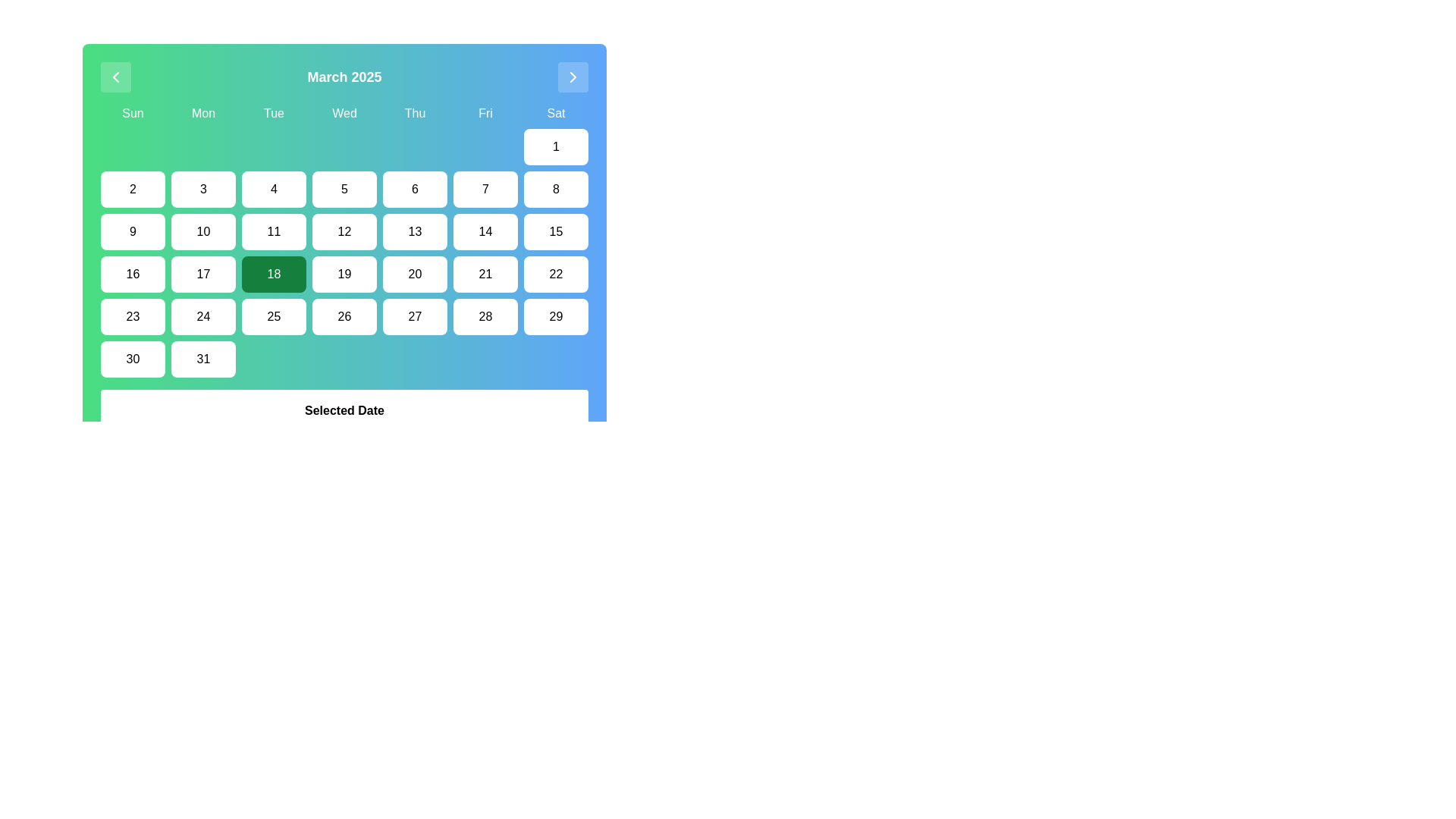 The width and height of the screenshot is (1456, 819). Describe the element at coordinates (485, 315) in the screenshot. I see `the button representing the selectable date '28' in the calendar interface` at that location.